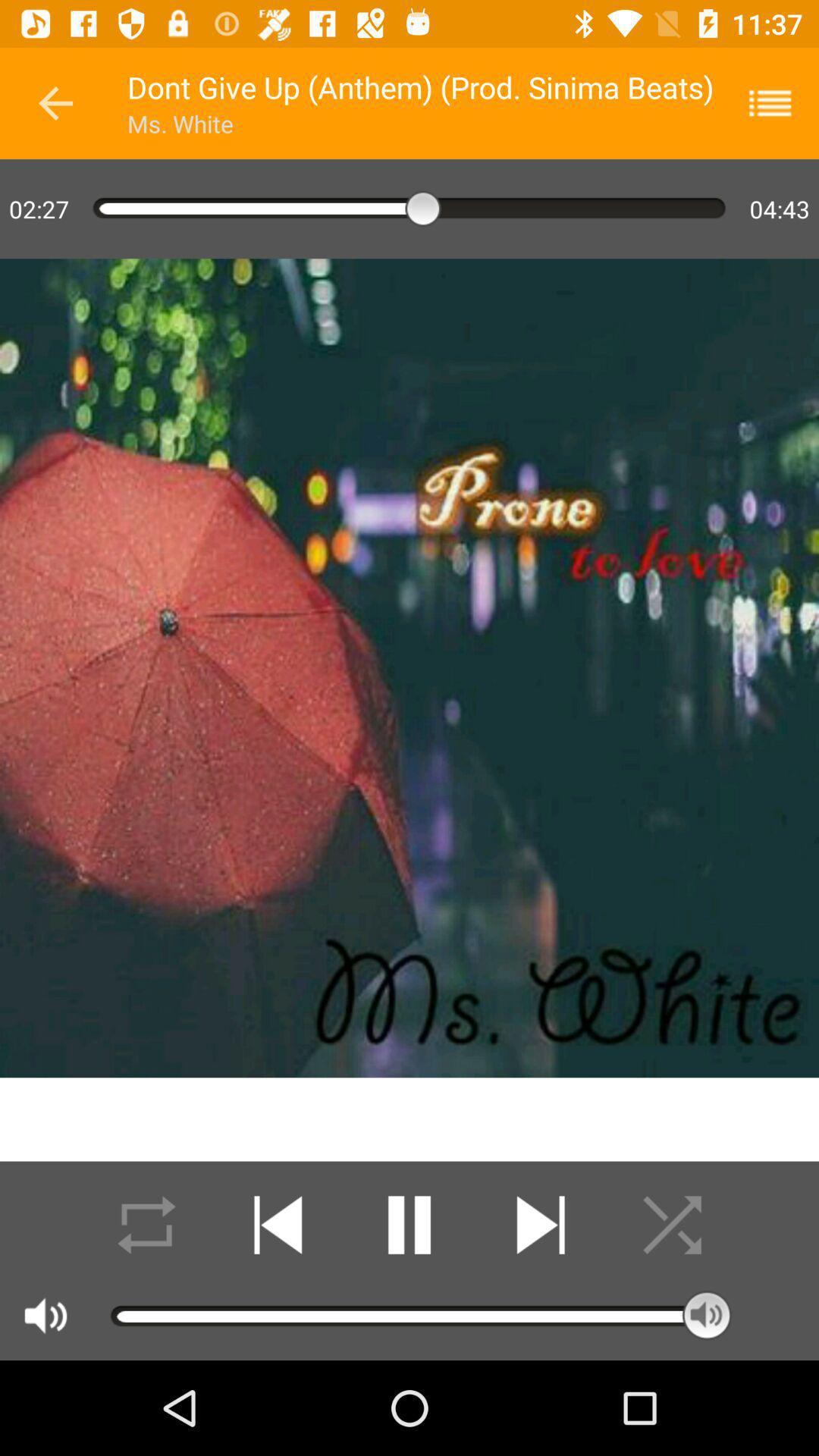 The width and height of the screenshot is (819, 1456). What do you see at coordinates (55, 102) in the screenshot?
I see `previous` at bounding box center [55, 102].